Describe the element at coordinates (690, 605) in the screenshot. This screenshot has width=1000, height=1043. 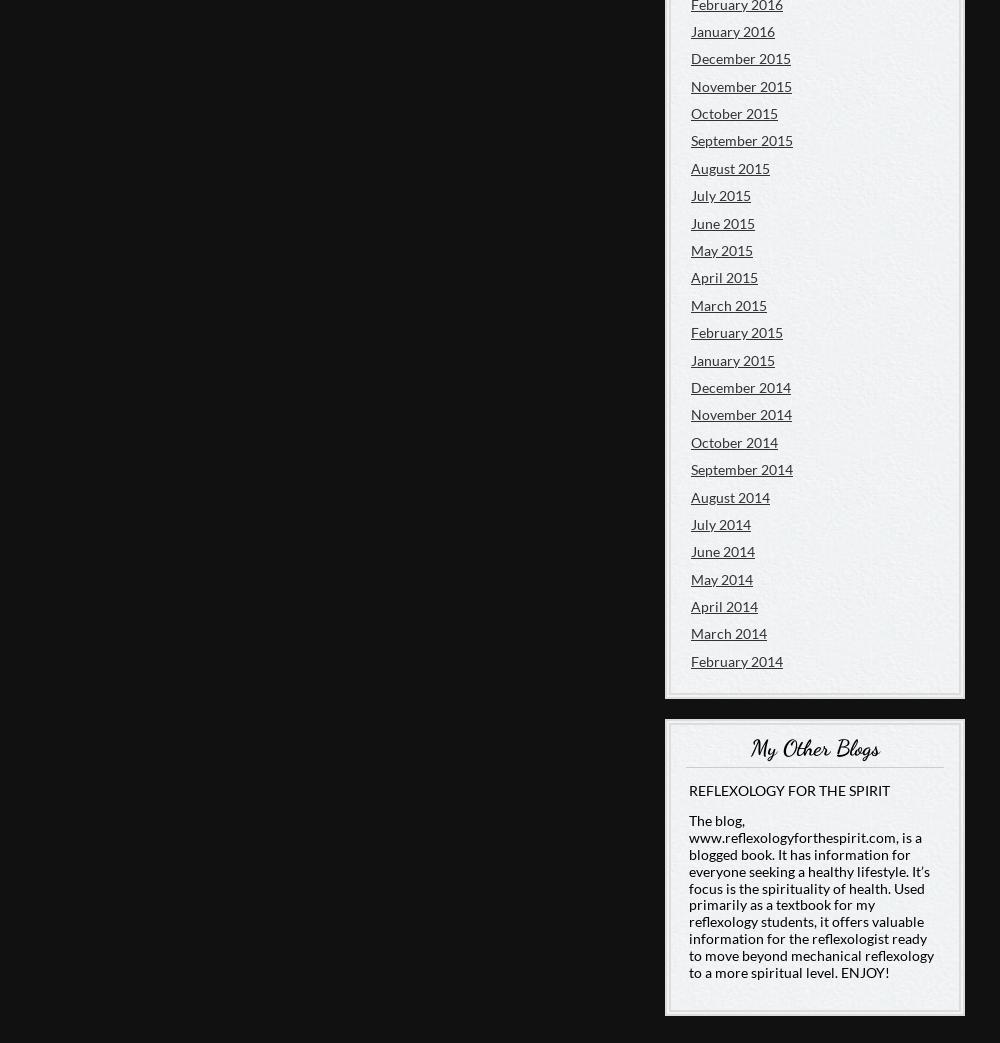
I see `'April 2014'` at that location.